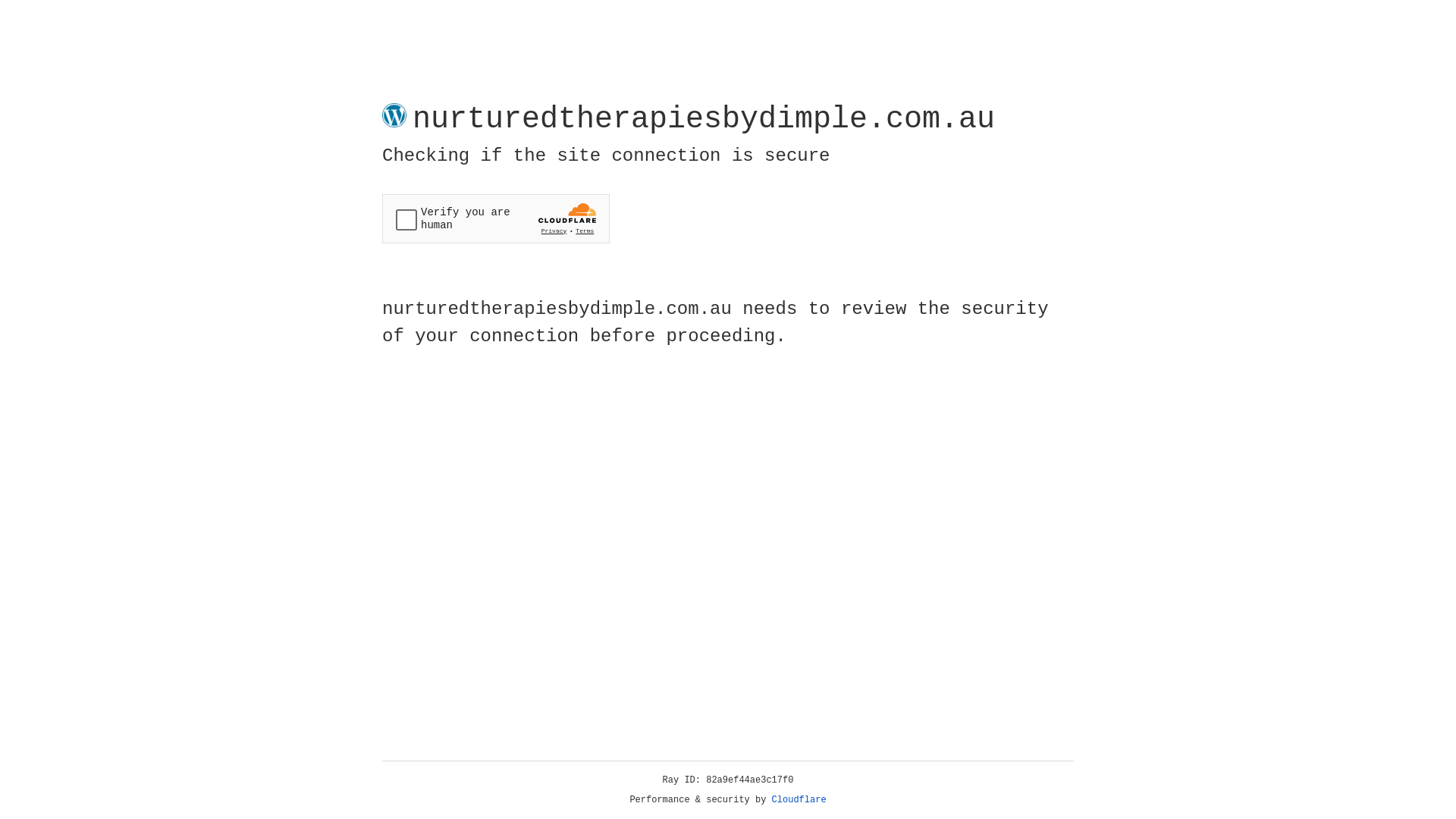 Image resolution: width=1456 pixels, height=819 pixels. Describe the element at coordinates (799, 799) in the screenshot. I see `'Cloudflare'` at that location.